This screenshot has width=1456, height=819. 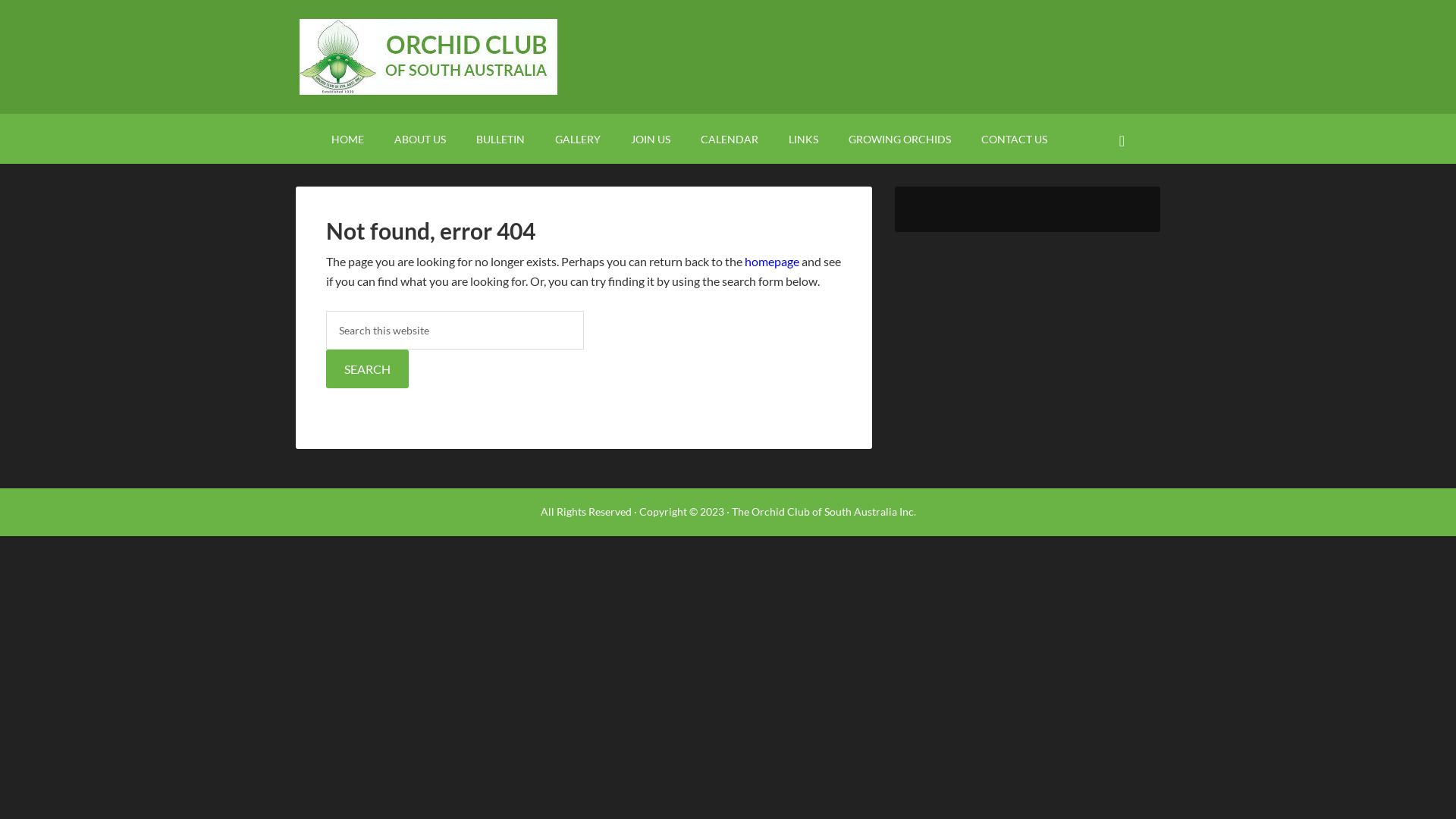 What do you see at coordinates (771, 260) in the screenshot?
I see `'homepage'` at bounding box center [771, 260].